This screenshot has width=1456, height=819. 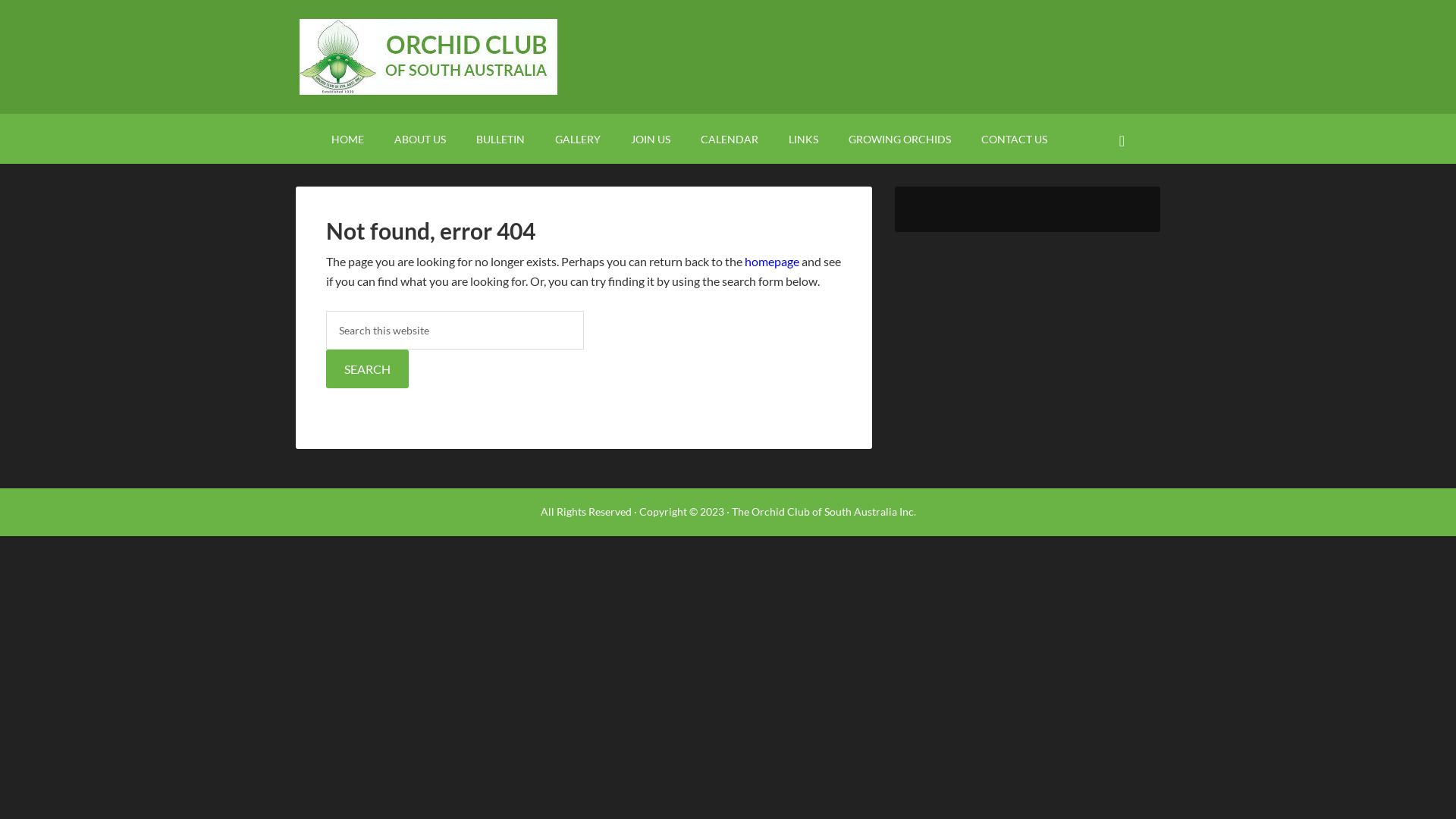 What do you see at coordinates (771, 260) in the screenshot?
I see `'homepage'` at bounding box center [771, 260].